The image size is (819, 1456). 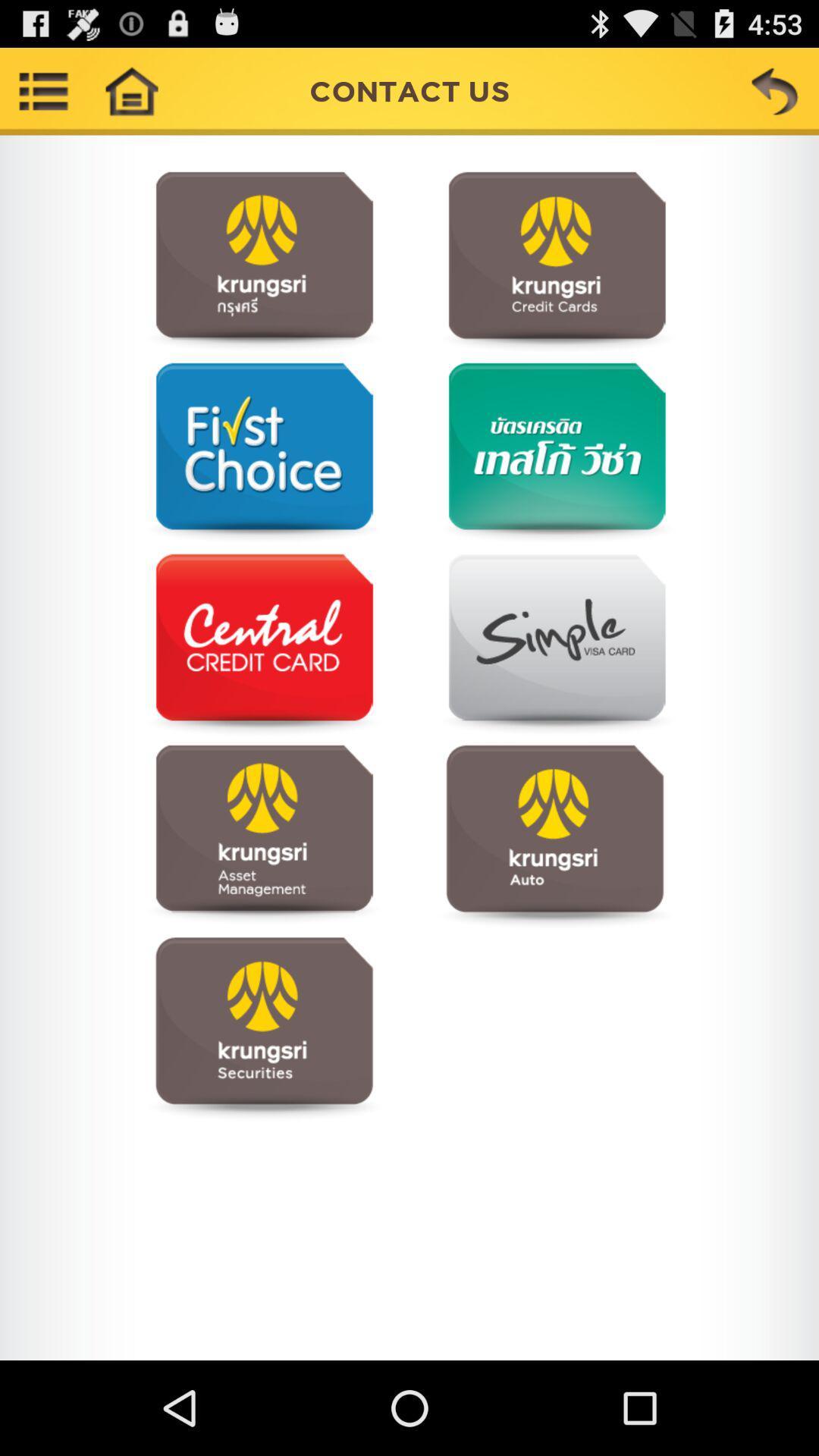 I want to click on access krungsri auto page, so click(x=554, y=835).